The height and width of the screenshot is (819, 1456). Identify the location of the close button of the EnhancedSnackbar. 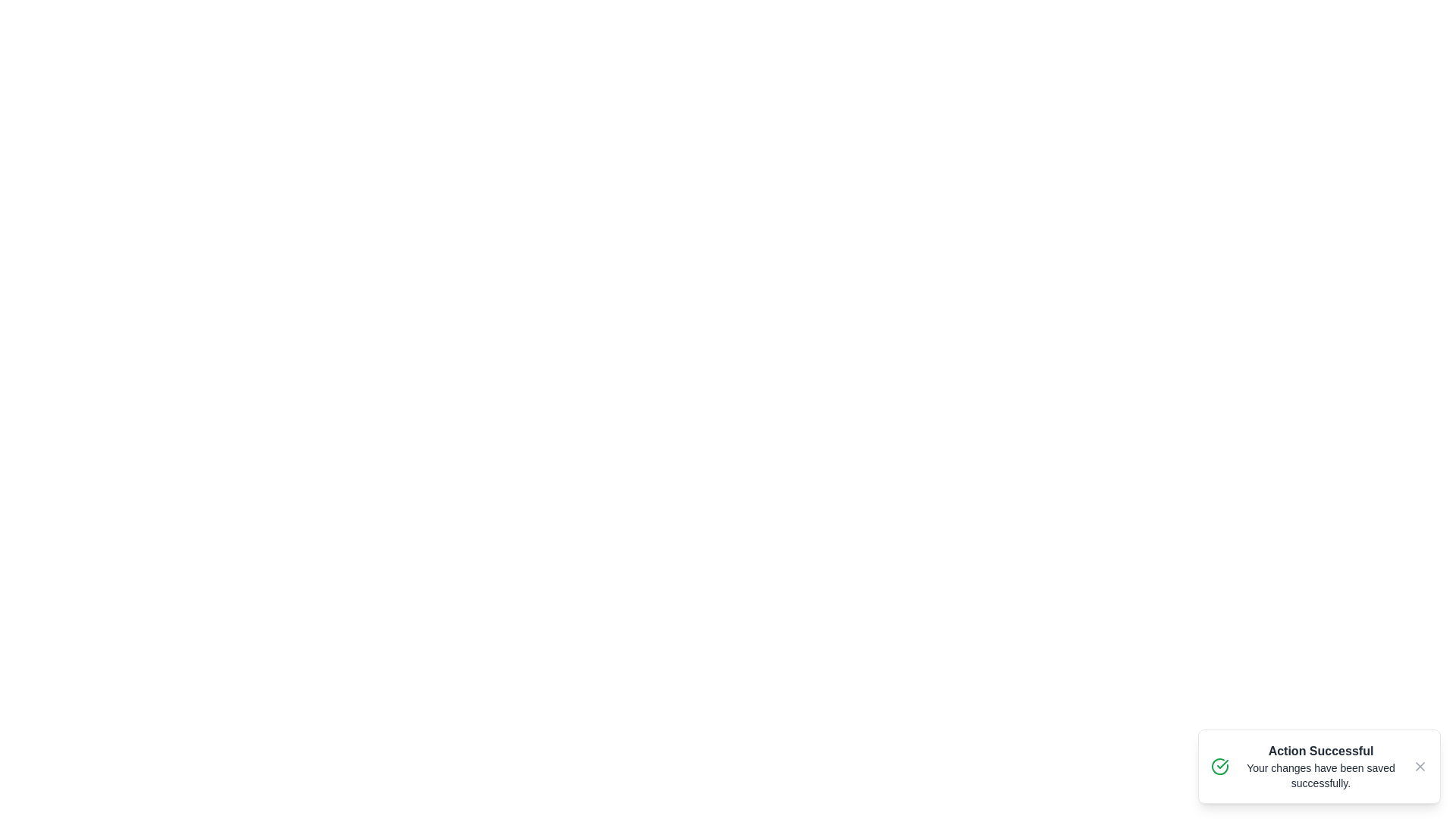
(1419, 766).